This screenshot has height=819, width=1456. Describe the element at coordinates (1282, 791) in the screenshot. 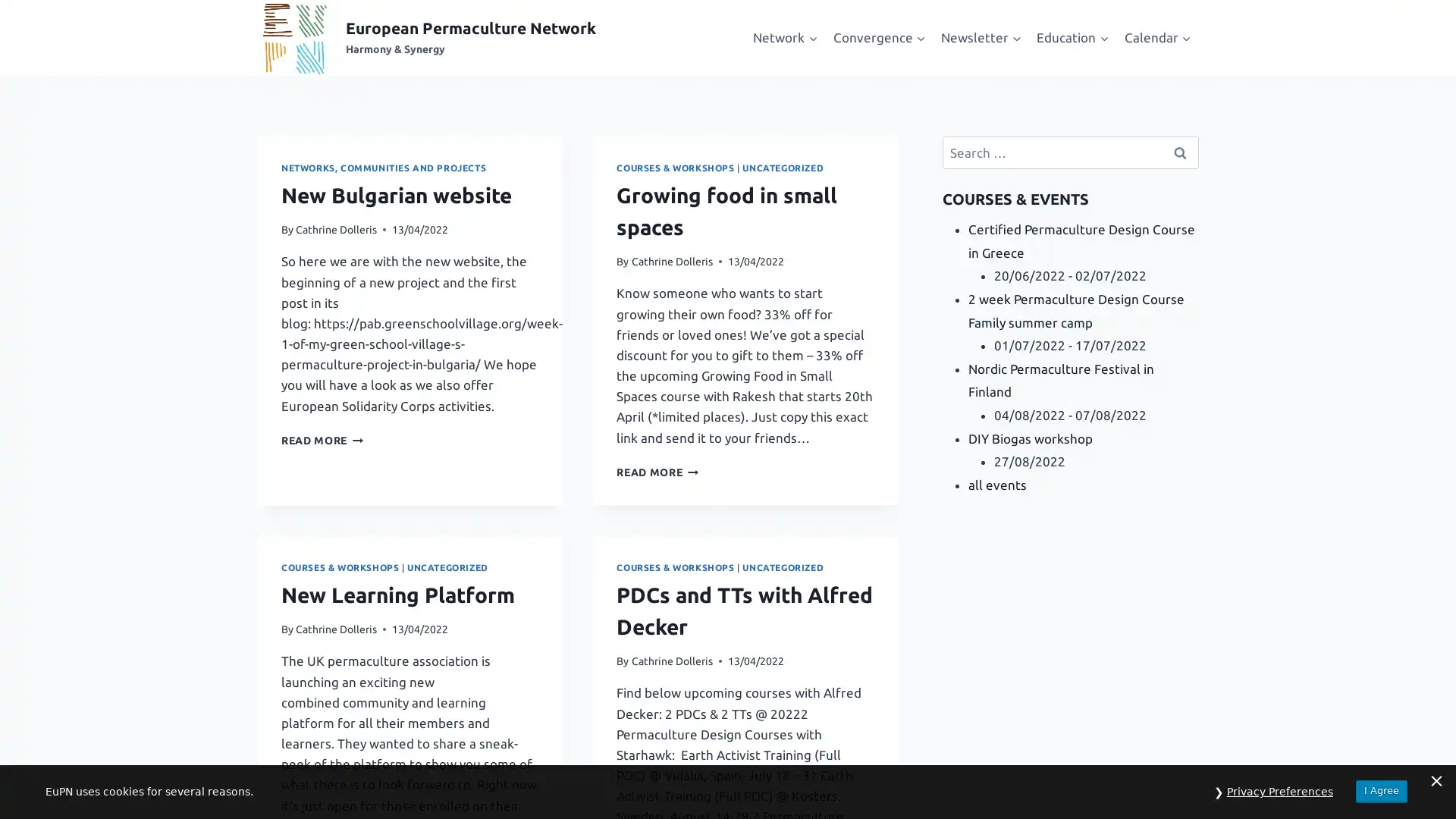

I see `Privacy Preferences` at that location.